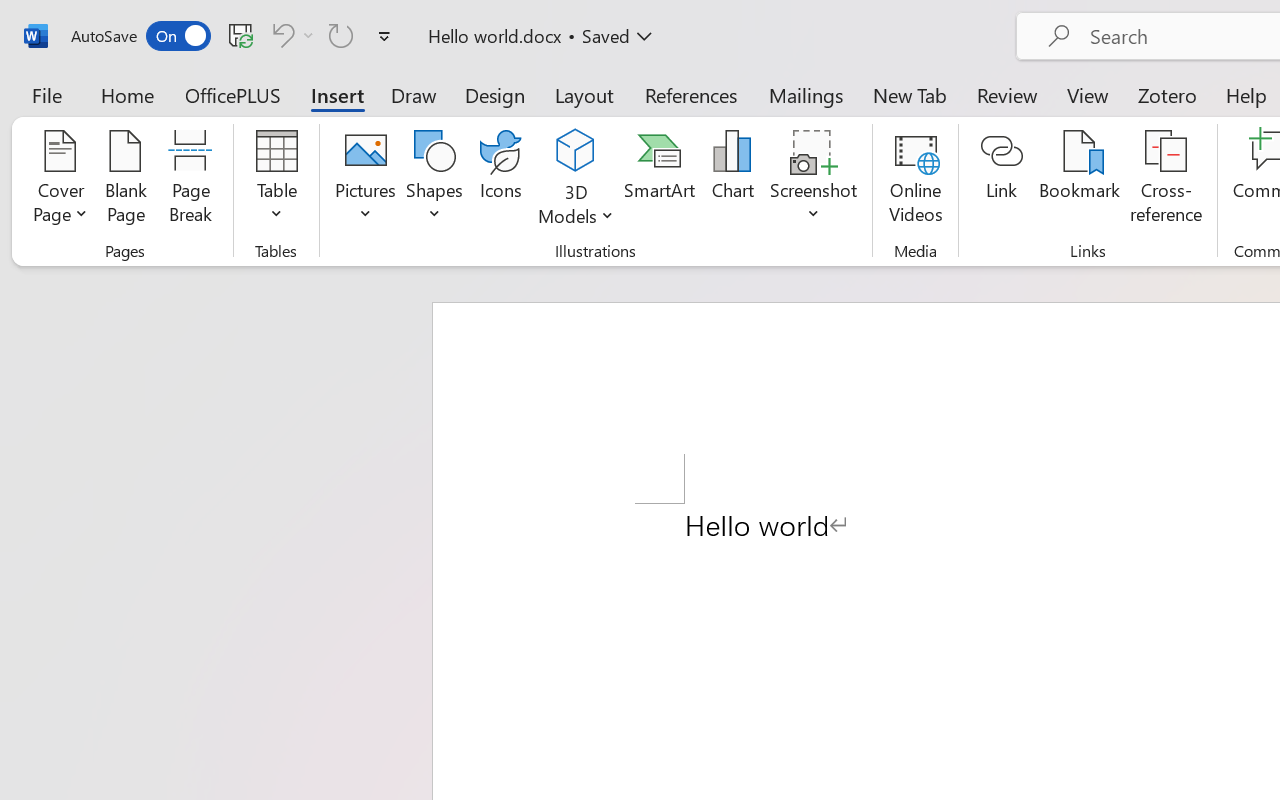 Image resolution: width=1280 pixels, height=800 pixels. I want to click on 'Can', so click(279, 34).